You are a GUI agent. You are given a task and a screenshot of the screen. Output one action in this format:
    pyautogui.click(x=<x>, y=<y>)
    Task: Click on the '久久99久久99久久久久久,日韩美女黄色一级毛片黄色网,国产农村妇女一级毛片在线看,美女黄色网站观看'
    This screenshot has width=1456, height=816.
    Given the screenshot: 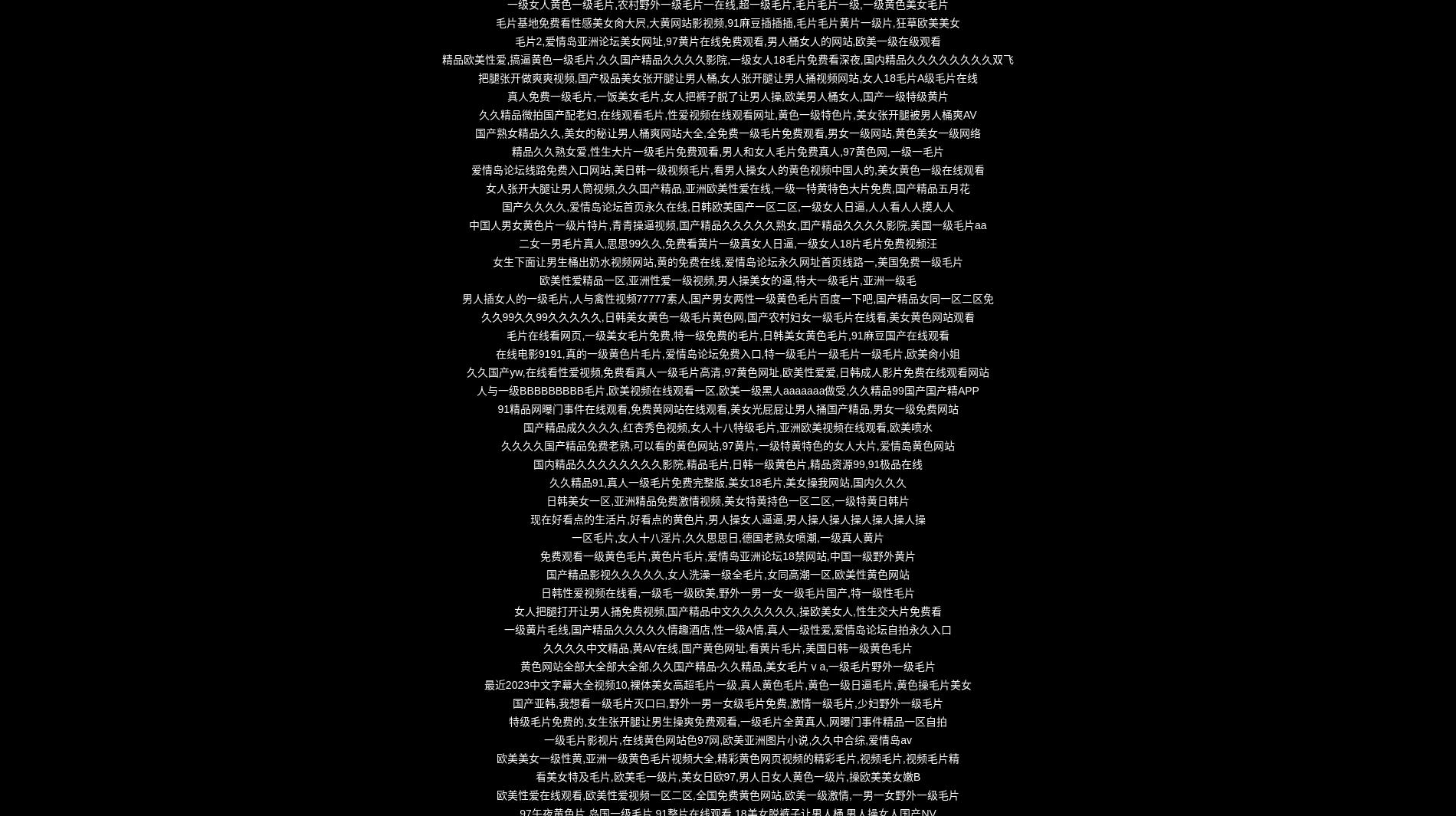 What is the action you would take?
    pyautogui.click(x=726, y=316)
    